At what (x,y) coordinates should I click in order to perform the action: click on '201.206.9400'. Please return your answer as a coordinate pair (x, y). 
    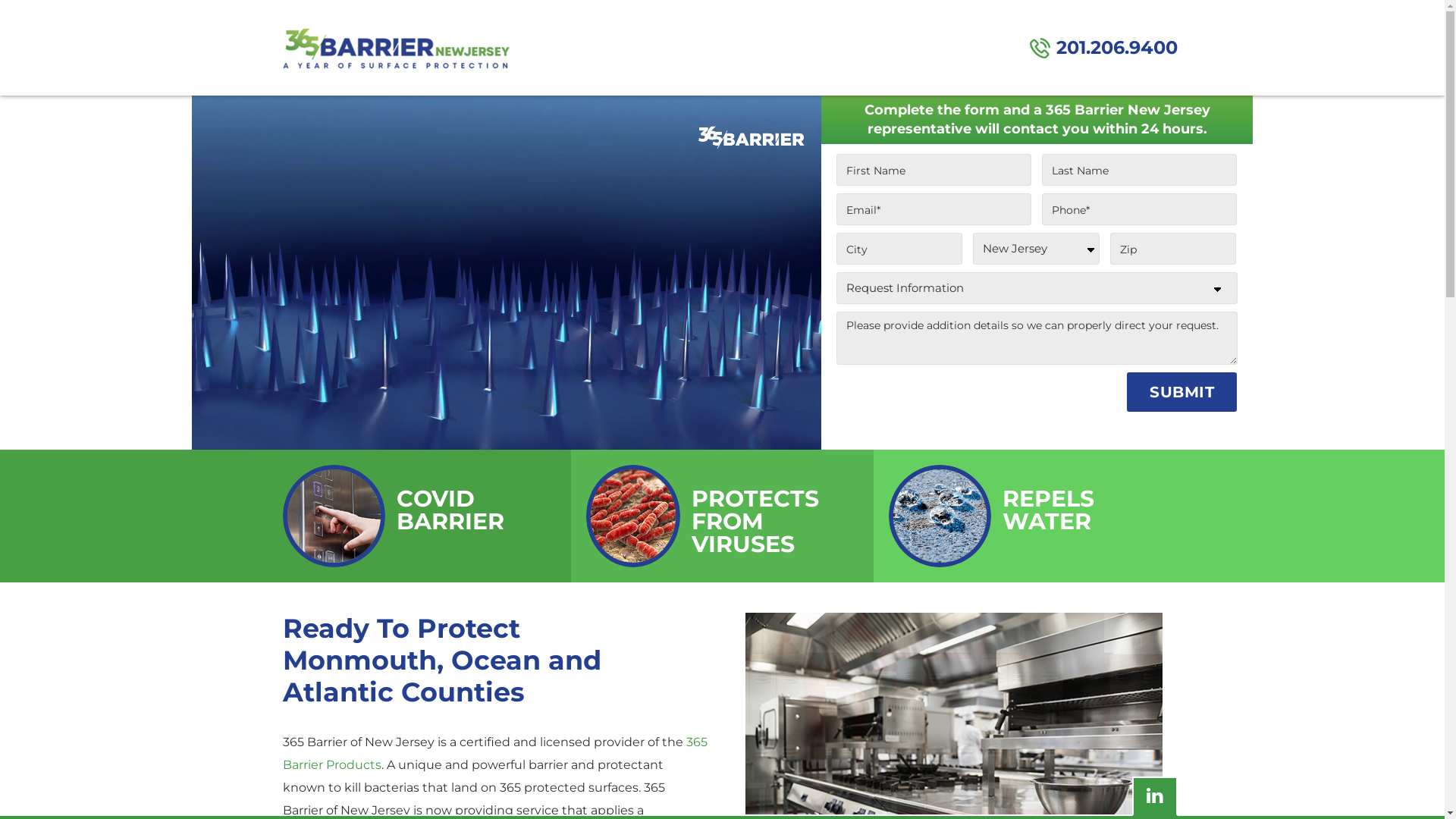
    Looking at the image, I should click on (1103, 46).